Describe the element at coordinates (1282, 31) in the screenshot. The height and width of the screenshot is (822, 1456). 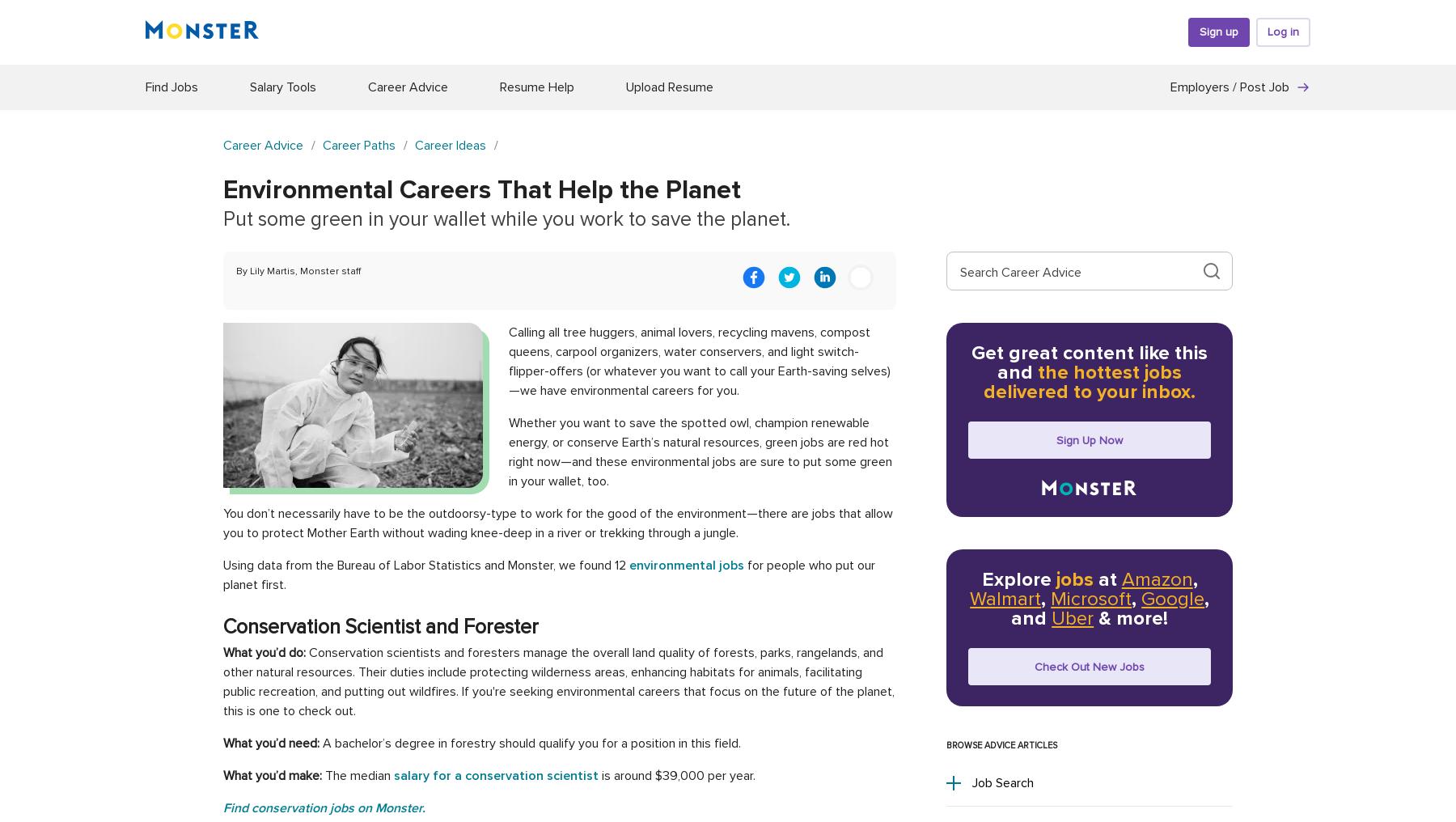
I see `'Log in'` at that location.